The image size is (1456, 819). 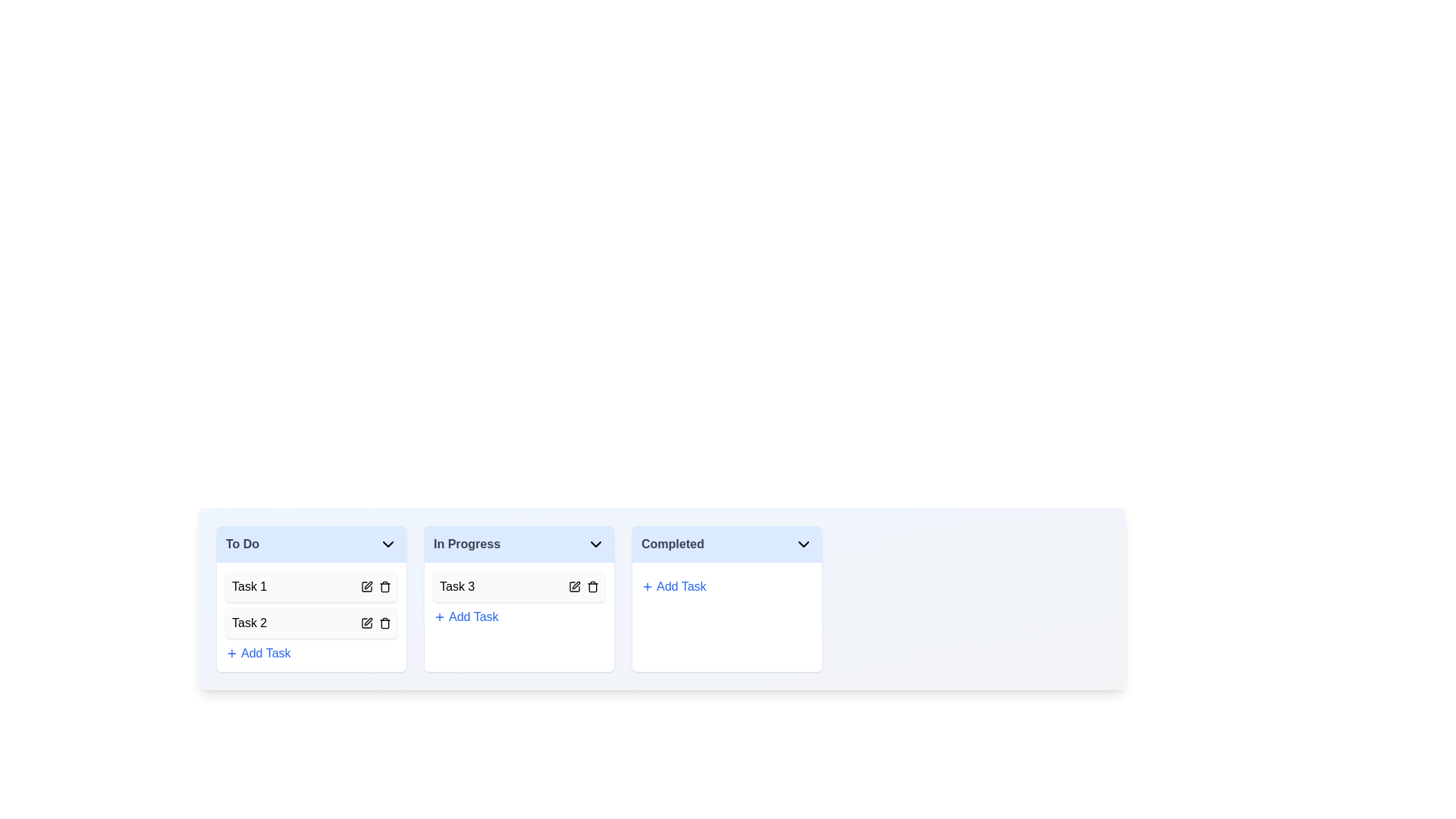 What do you see at coordinates (258, 652) in the screenshot?
I see `the 'Add Task' button for To Do board` at bounding box center [258, 652].